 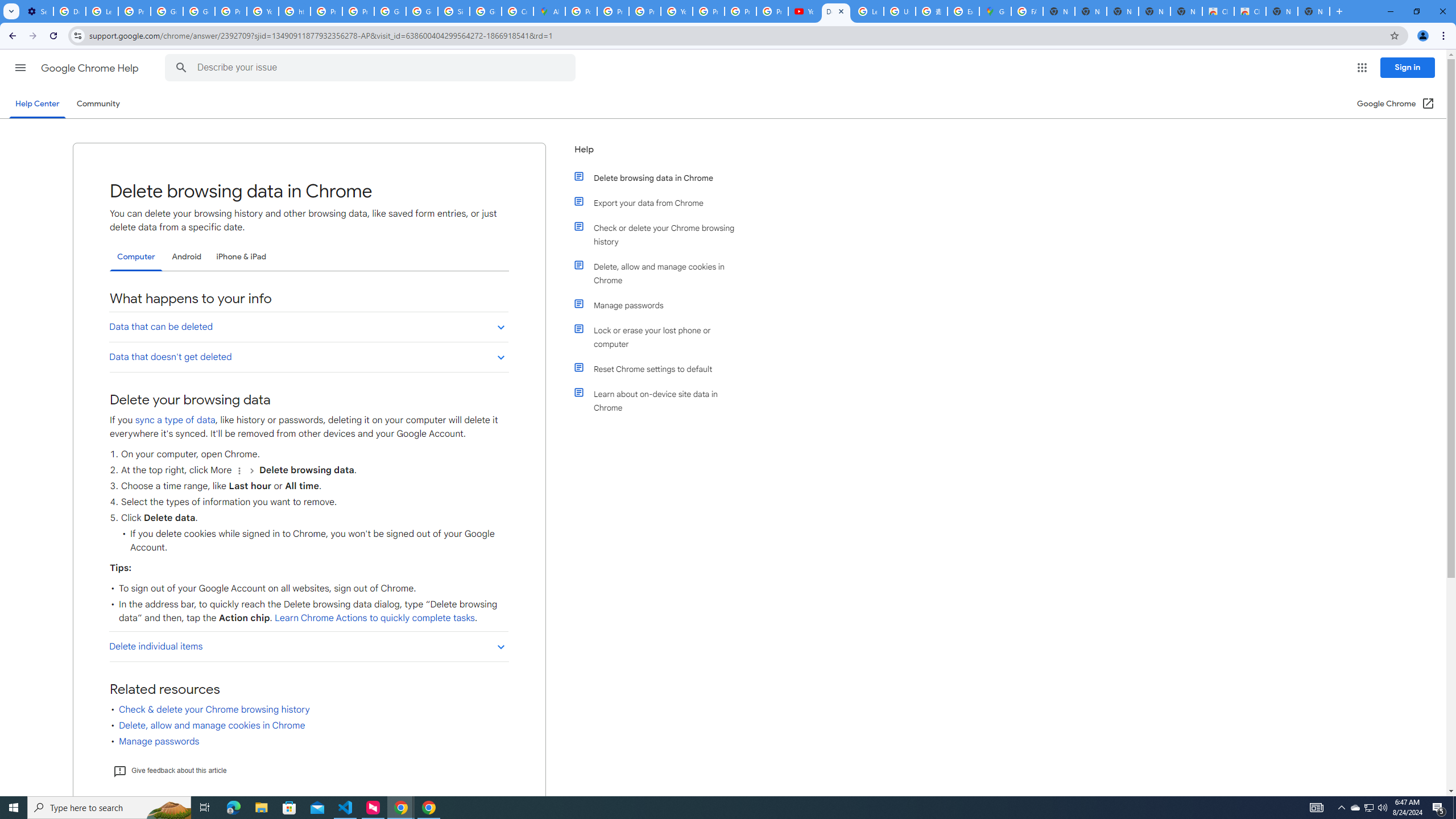 What do you see at coordinates (294, 11) in the screenshot?
I see `'https://scholar.google.com/'` at bounding box center [294, 11].